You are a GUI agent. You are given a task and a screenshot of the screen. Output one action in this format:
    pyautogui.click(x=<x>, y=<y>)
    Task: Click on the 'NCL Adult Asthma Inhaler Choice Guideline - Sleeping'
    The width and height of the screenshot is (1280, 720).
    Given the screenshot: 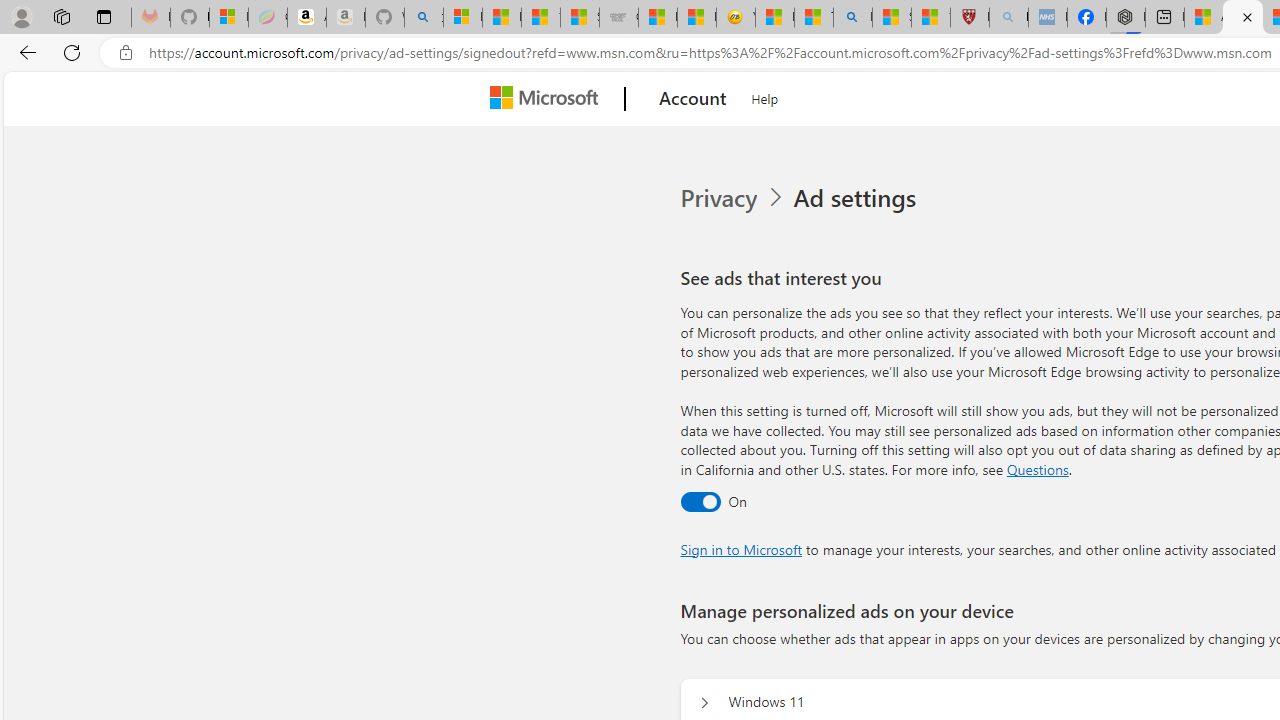 What is the action you would take?
    pyautogui.click(x=1047, y=17)
    